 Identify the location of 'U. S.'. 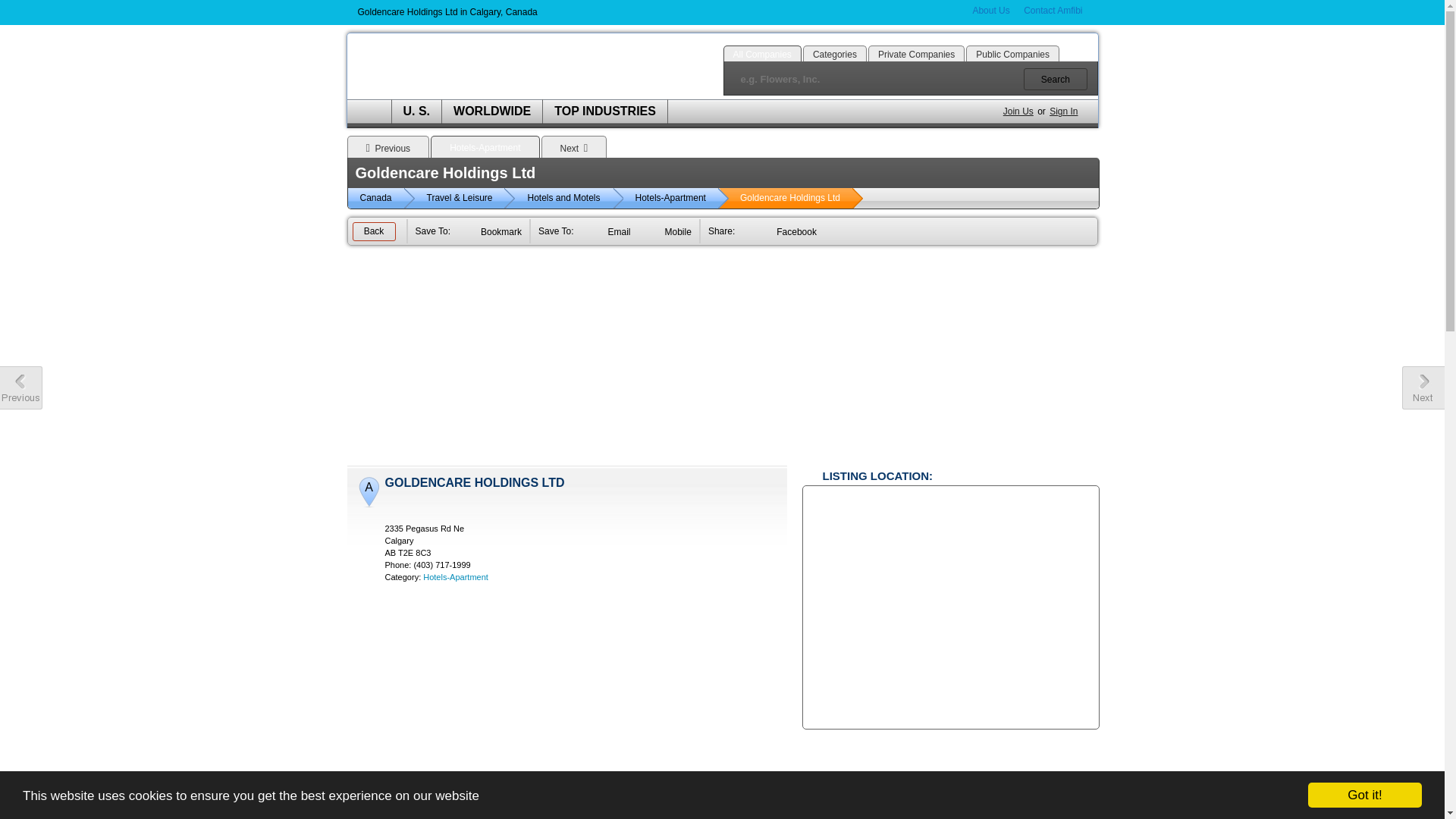
(416, 110).